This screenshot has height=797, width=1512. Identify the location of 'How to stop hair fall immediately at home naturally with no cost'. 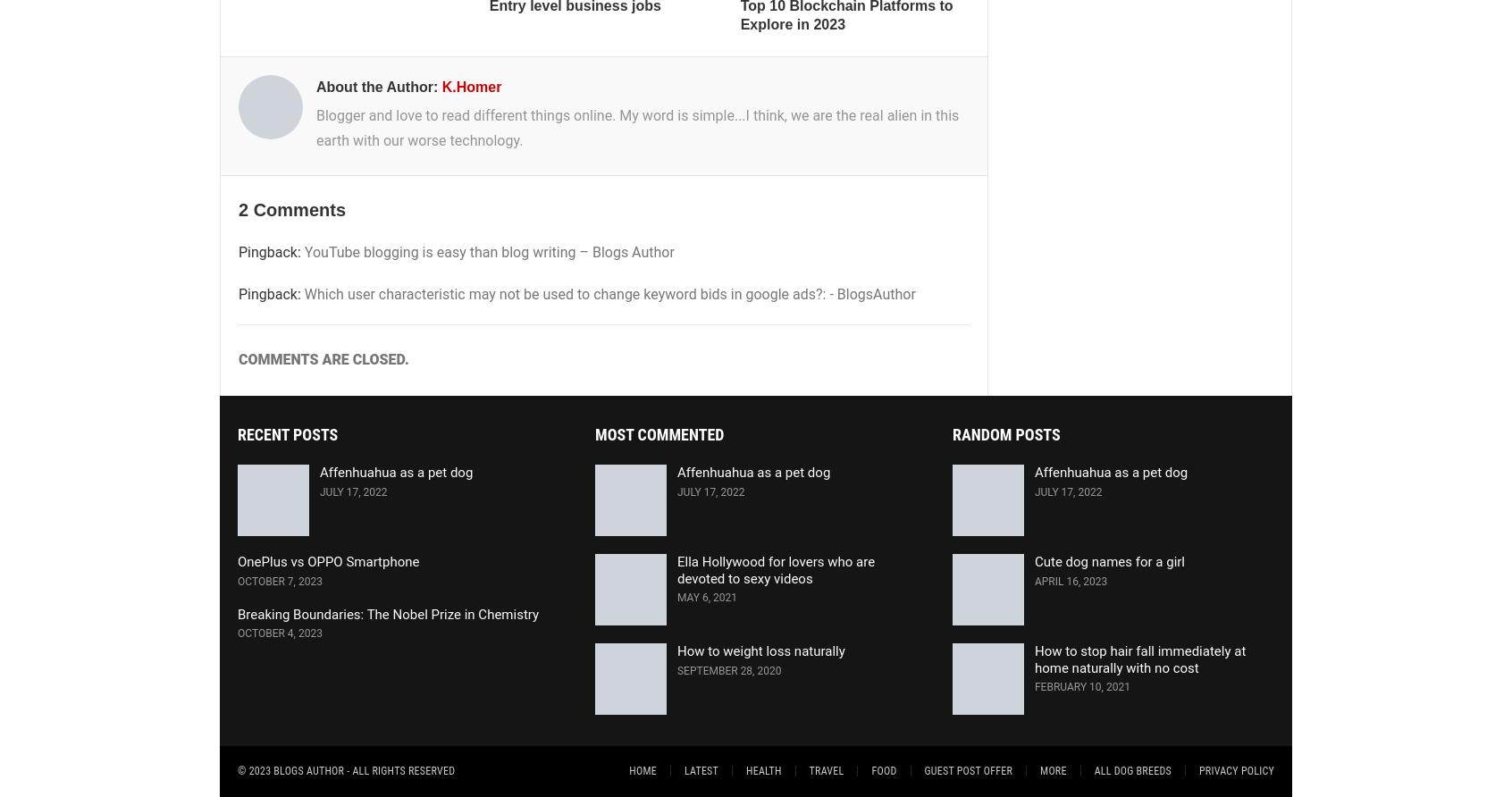
(1138, 659).